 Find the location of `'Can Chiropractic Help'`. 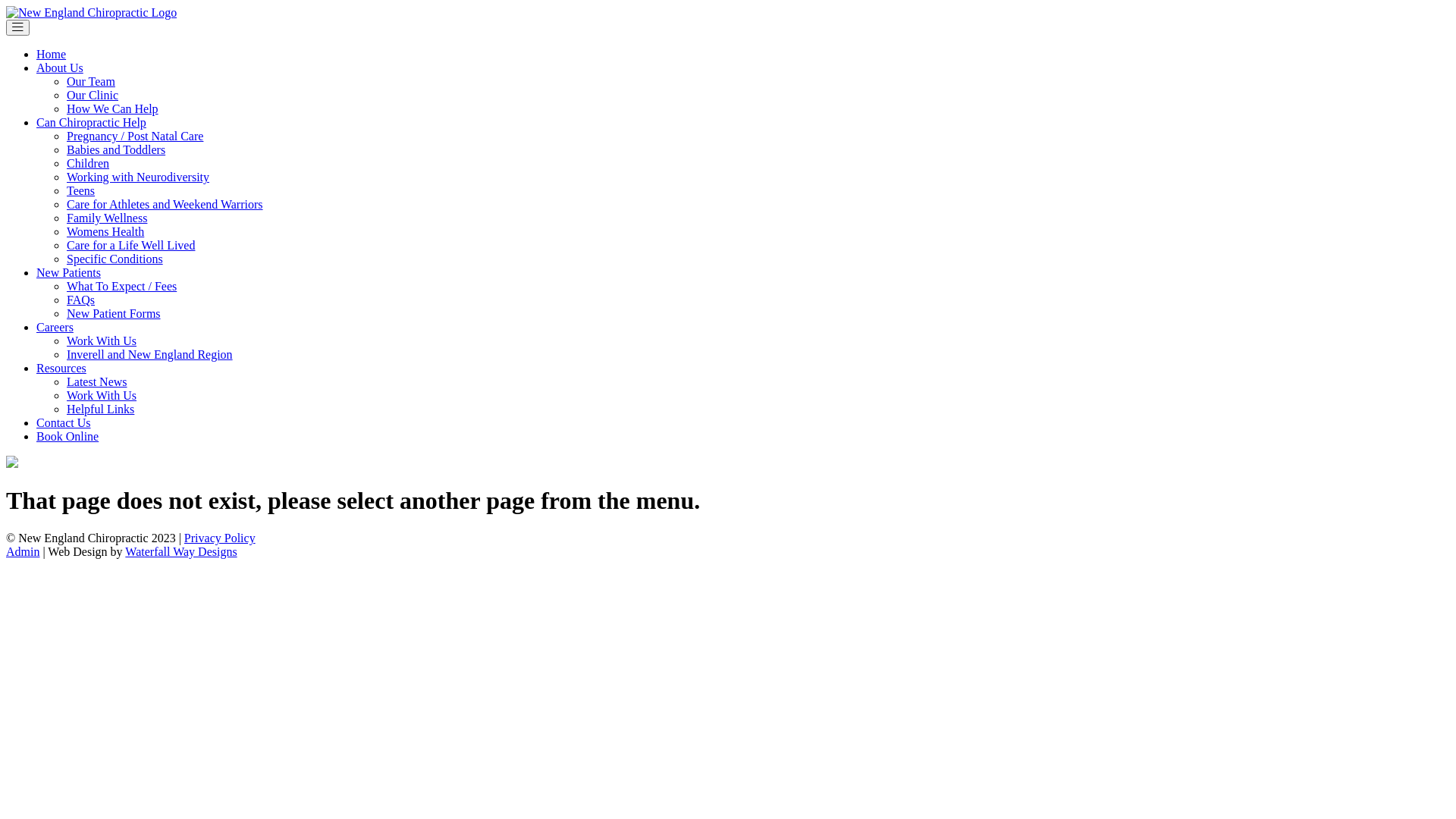

'Can Chiropractic Help' is located at coordinates (36, 121).